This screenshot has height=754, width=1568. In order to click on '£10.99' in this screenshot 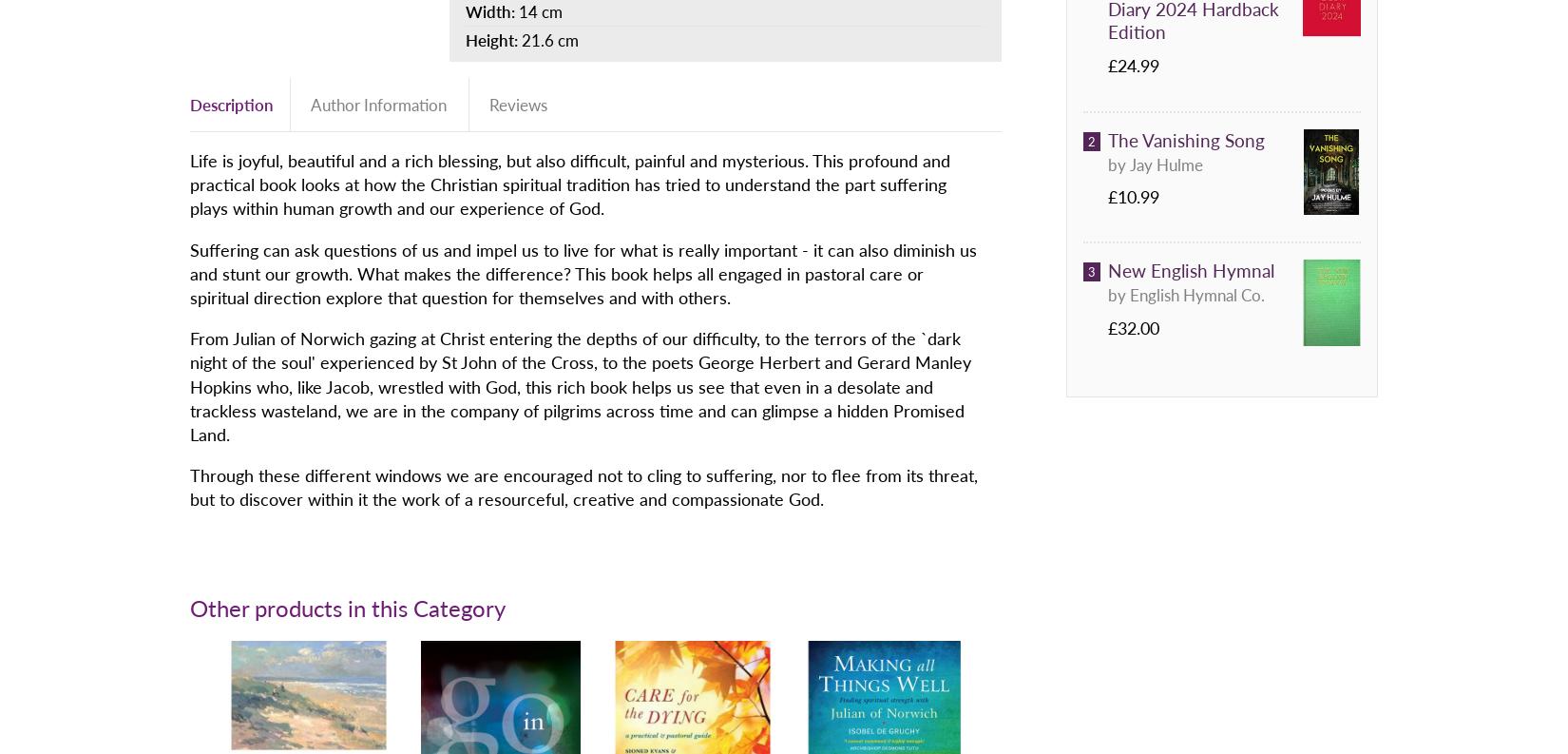, I will do `click(1132, 194)`.